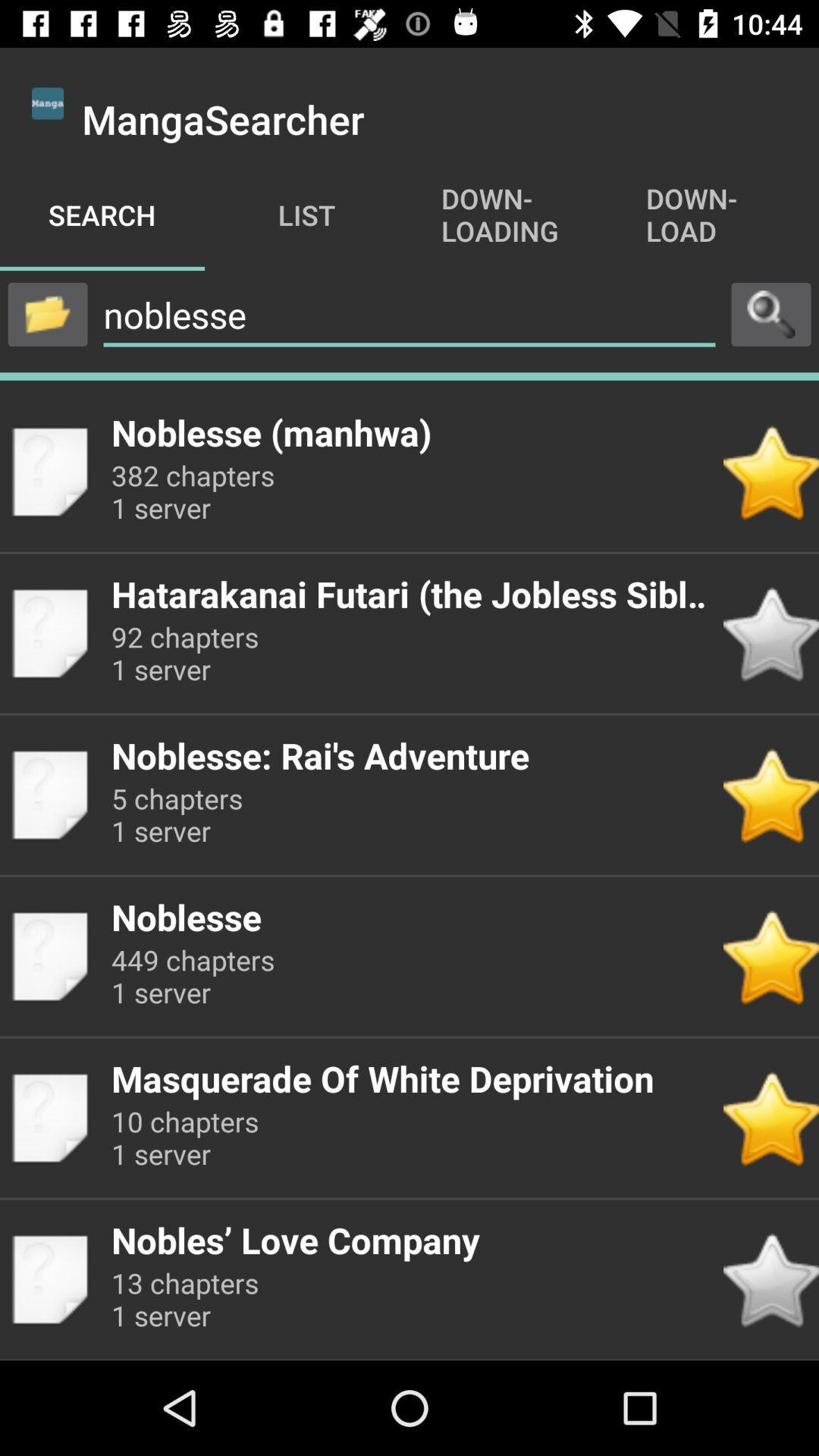  Describe the element at coordinates (771, 313) in the screenshot. I see `use search option` at that location.